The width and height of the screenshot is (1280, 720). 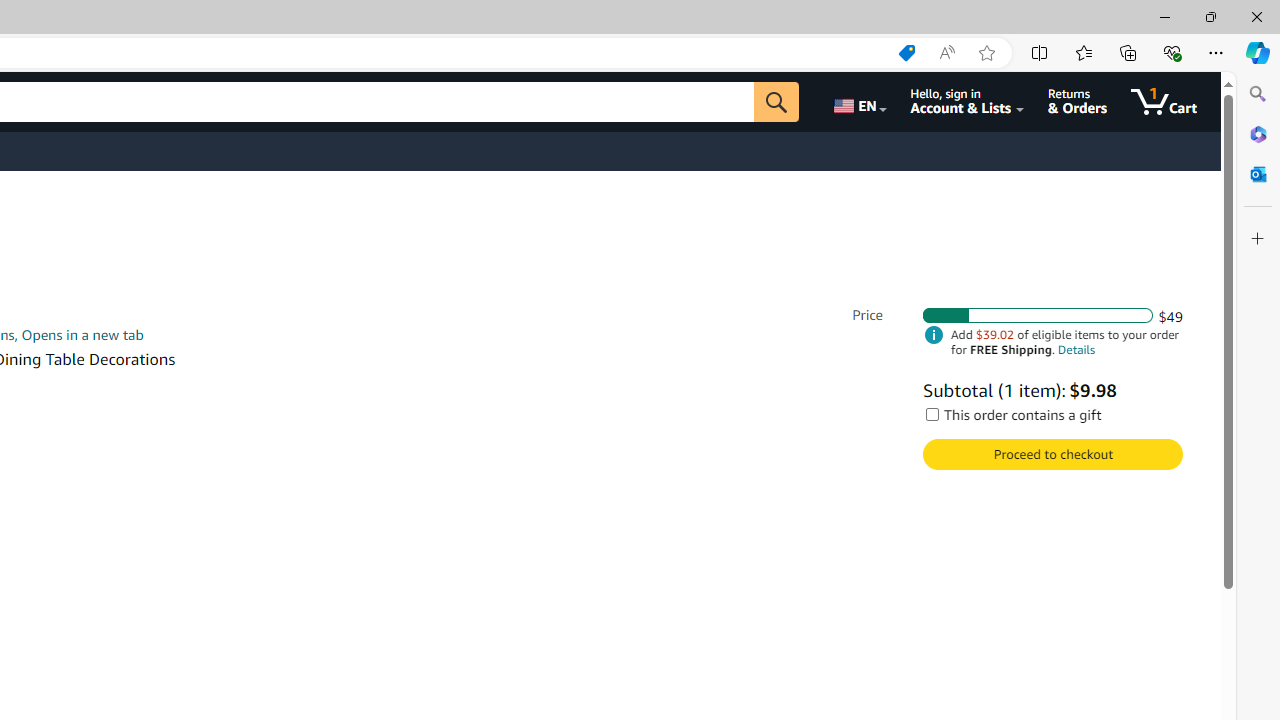 What do you see at coordinates (1051, 454) in the screenshot?
I see `'Proceed to checkout Check out Amazon Cart'` at bounding box center [1051, 454].